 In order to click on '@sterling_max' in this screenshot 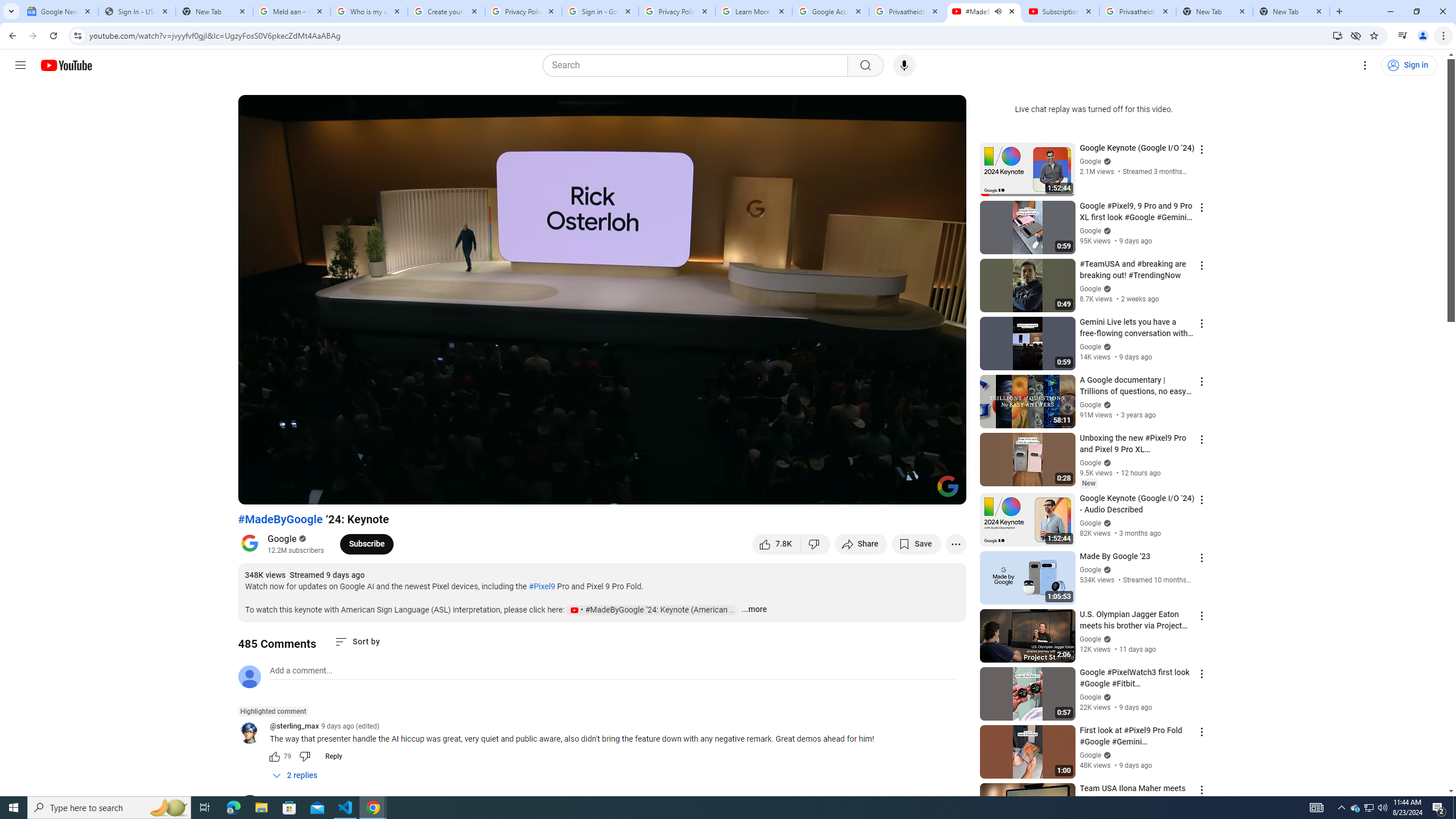, I will do `click(253, 733)`.